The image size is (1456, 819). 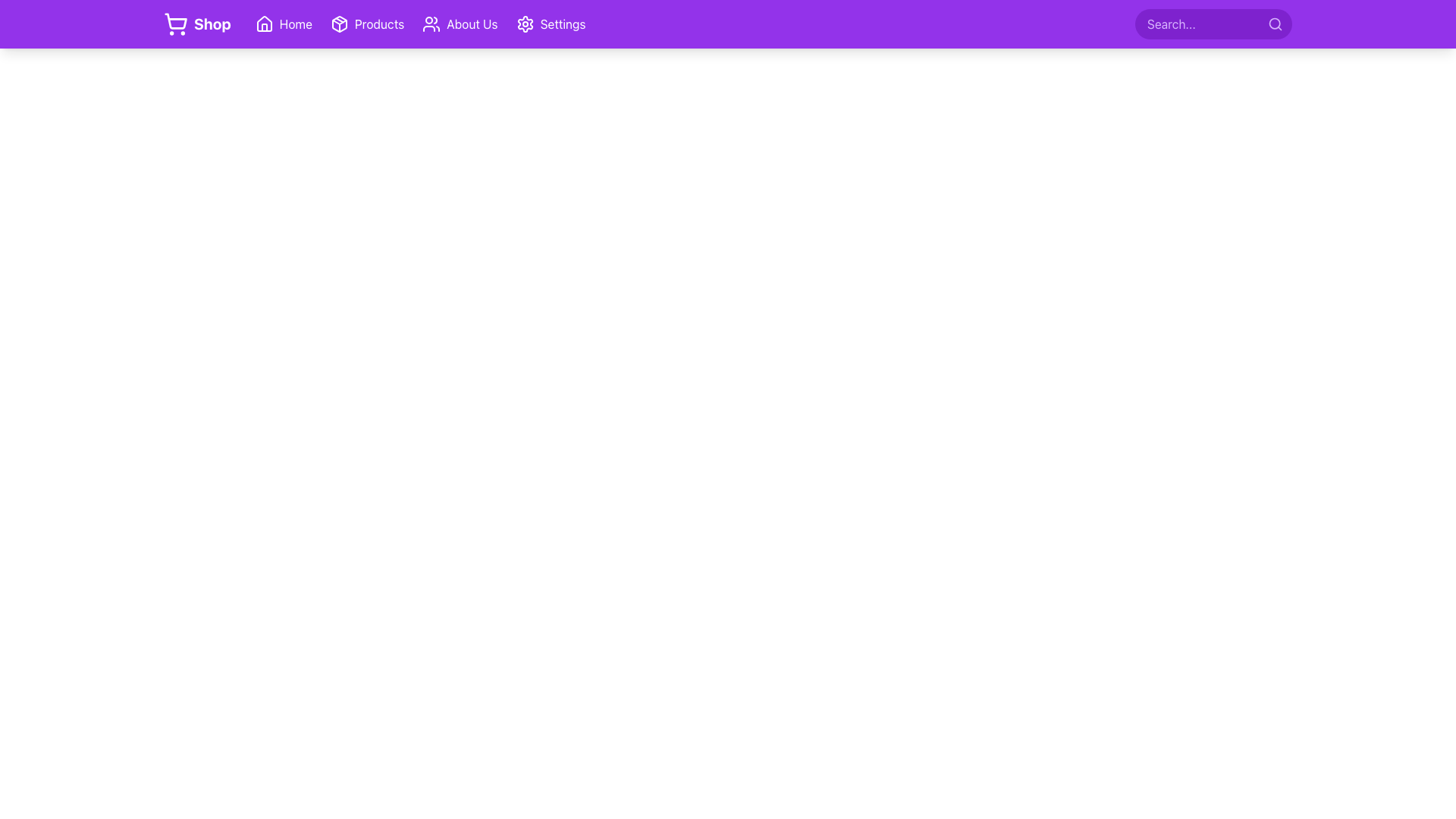 I want to click on the settings icon located in the navigation bar, which is immediately to the left of the 'Settings' text, so click(x=525, y=24).